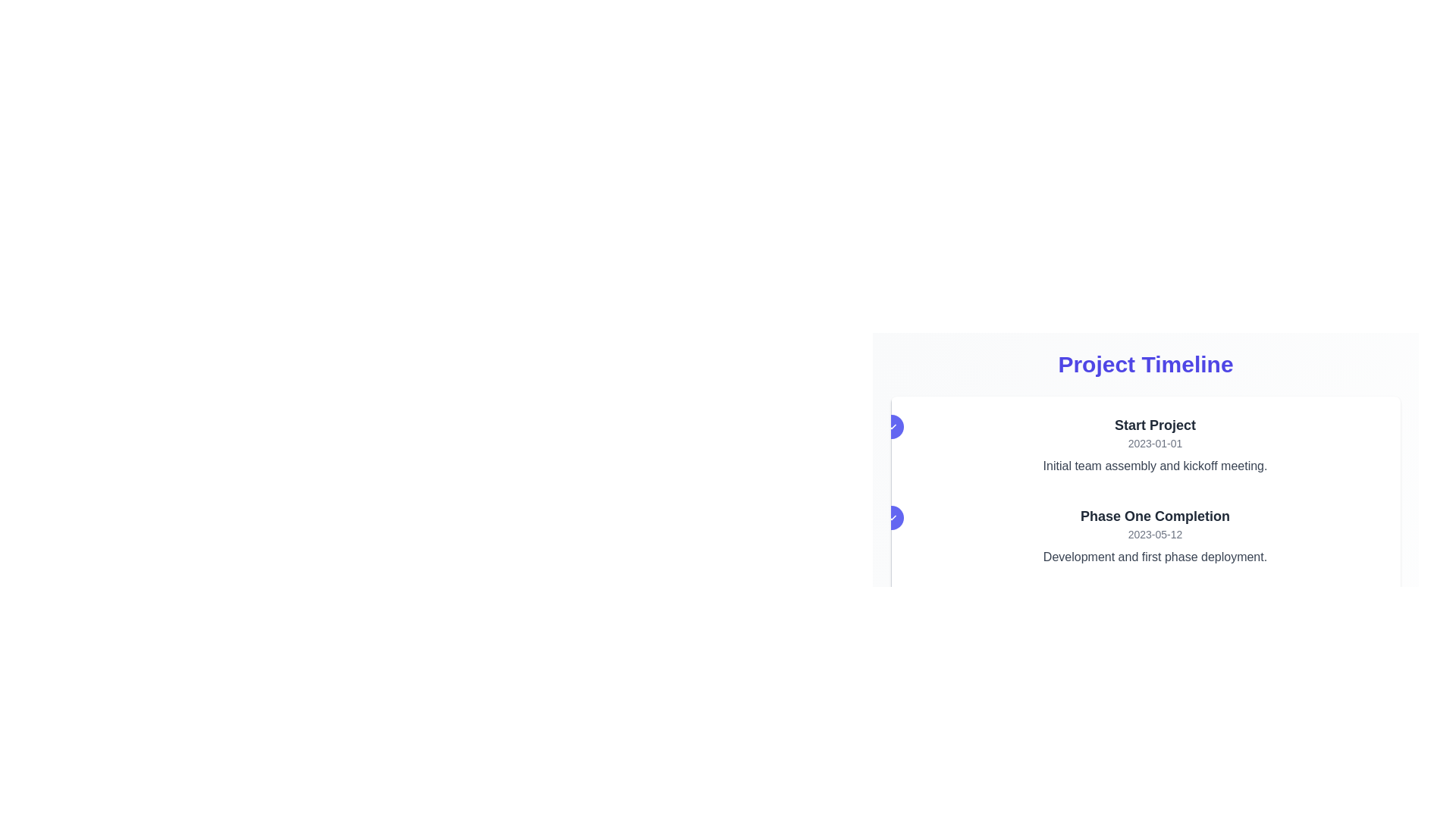 Image resolution: width=1456 pixels, height=819 pixels. What do you see at coordinates (1154, 534) in the screenshot?
I see `the text label displaying the date for the milestone 'Phase One Completion', which is positioned directly below the title line and above descriptive text` at bounding box center [1154, 534].